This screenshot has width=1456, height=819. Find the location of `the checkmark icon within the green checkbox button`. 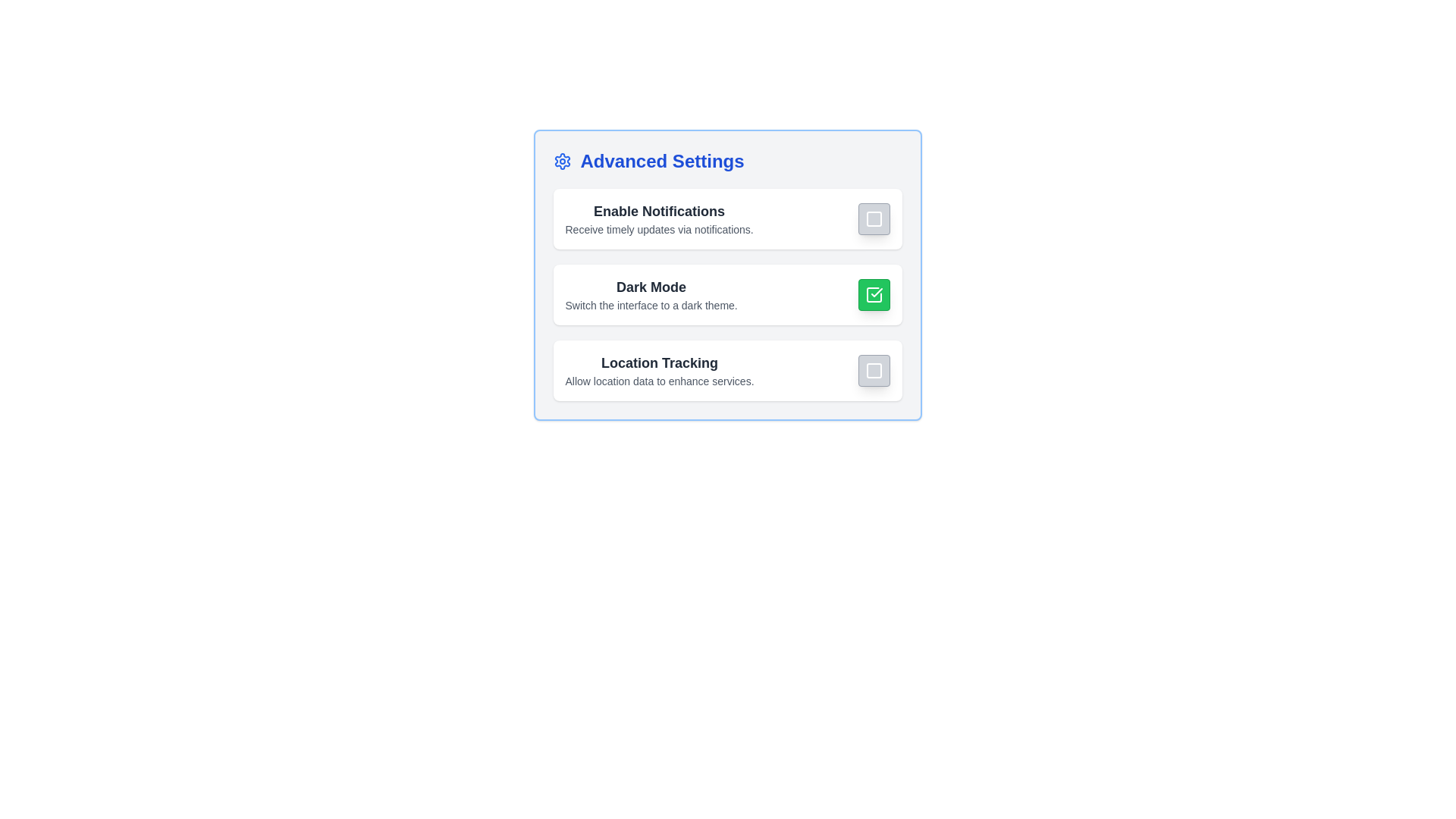

the checkmark icon within the green checkbox button is located at coordinates (874, 295).